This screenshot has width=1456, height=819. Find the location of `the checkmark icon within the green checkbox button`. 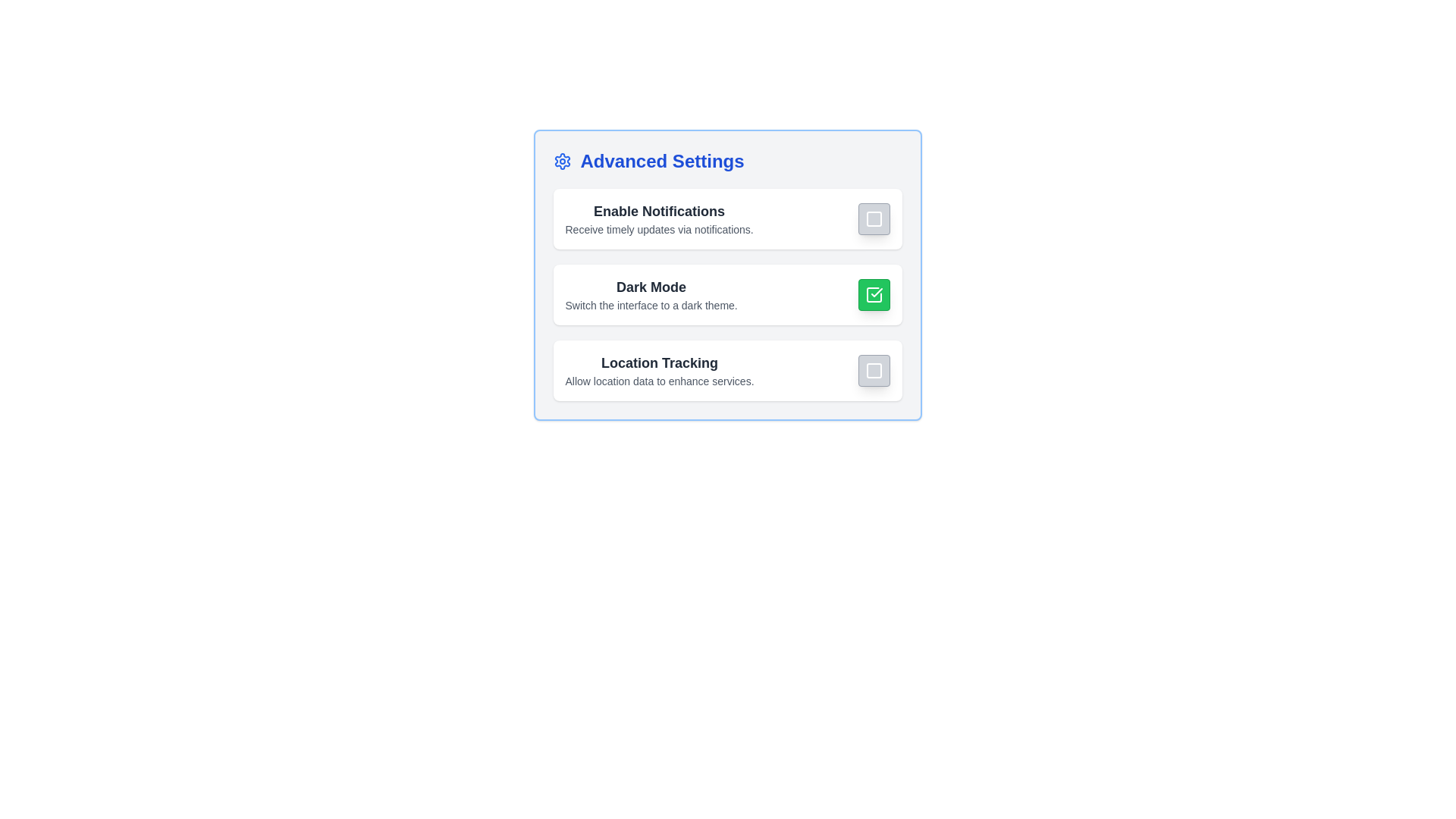

the checkmark icon within the green checkbox button is located at coordinates (874, 295).